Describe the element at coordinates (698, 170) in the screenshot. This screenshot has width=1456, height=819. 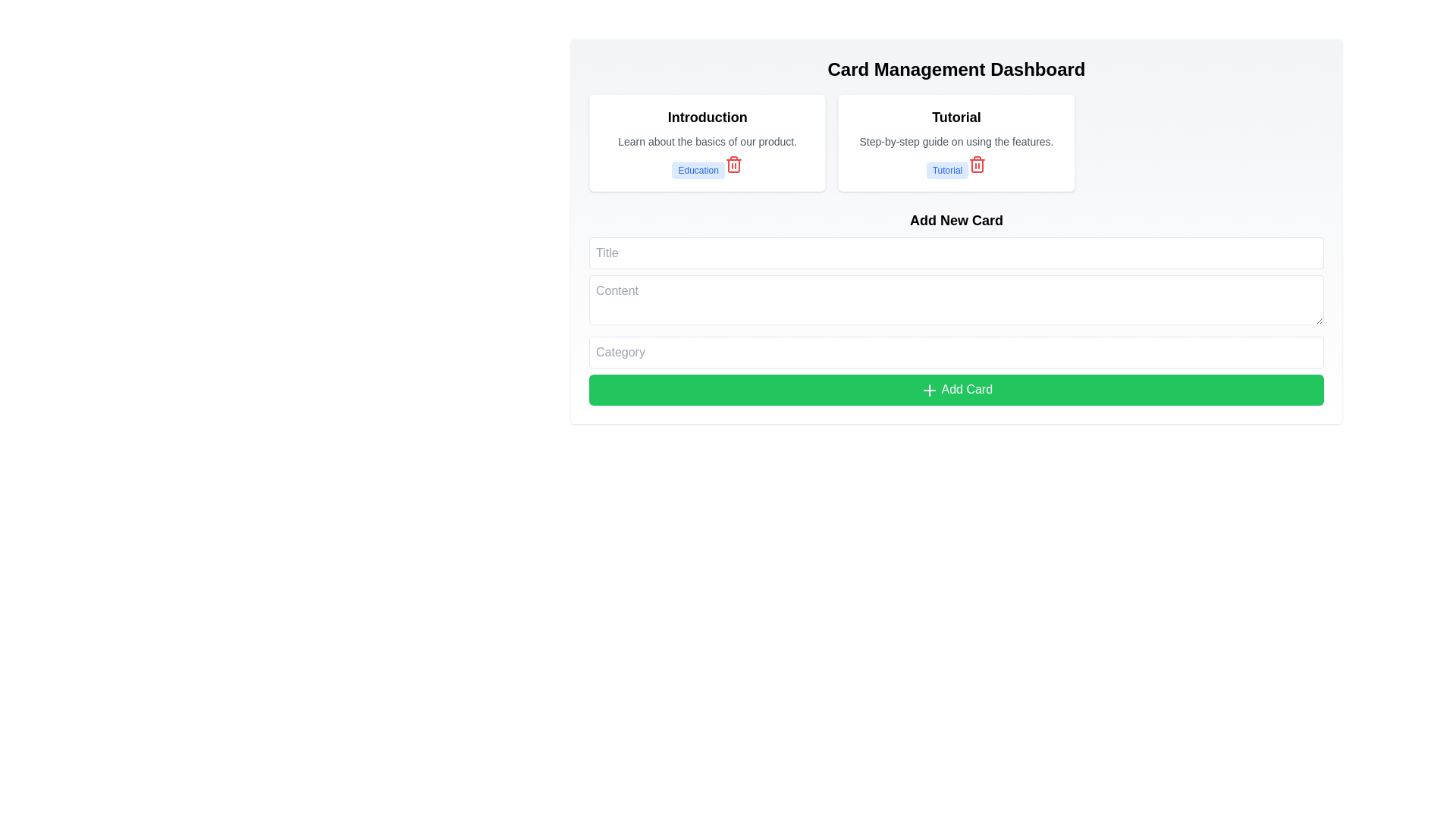
I see `the non-interactive label indicating 'Education' positioned below the 'Introduction' card title in the left-side card` at that location.